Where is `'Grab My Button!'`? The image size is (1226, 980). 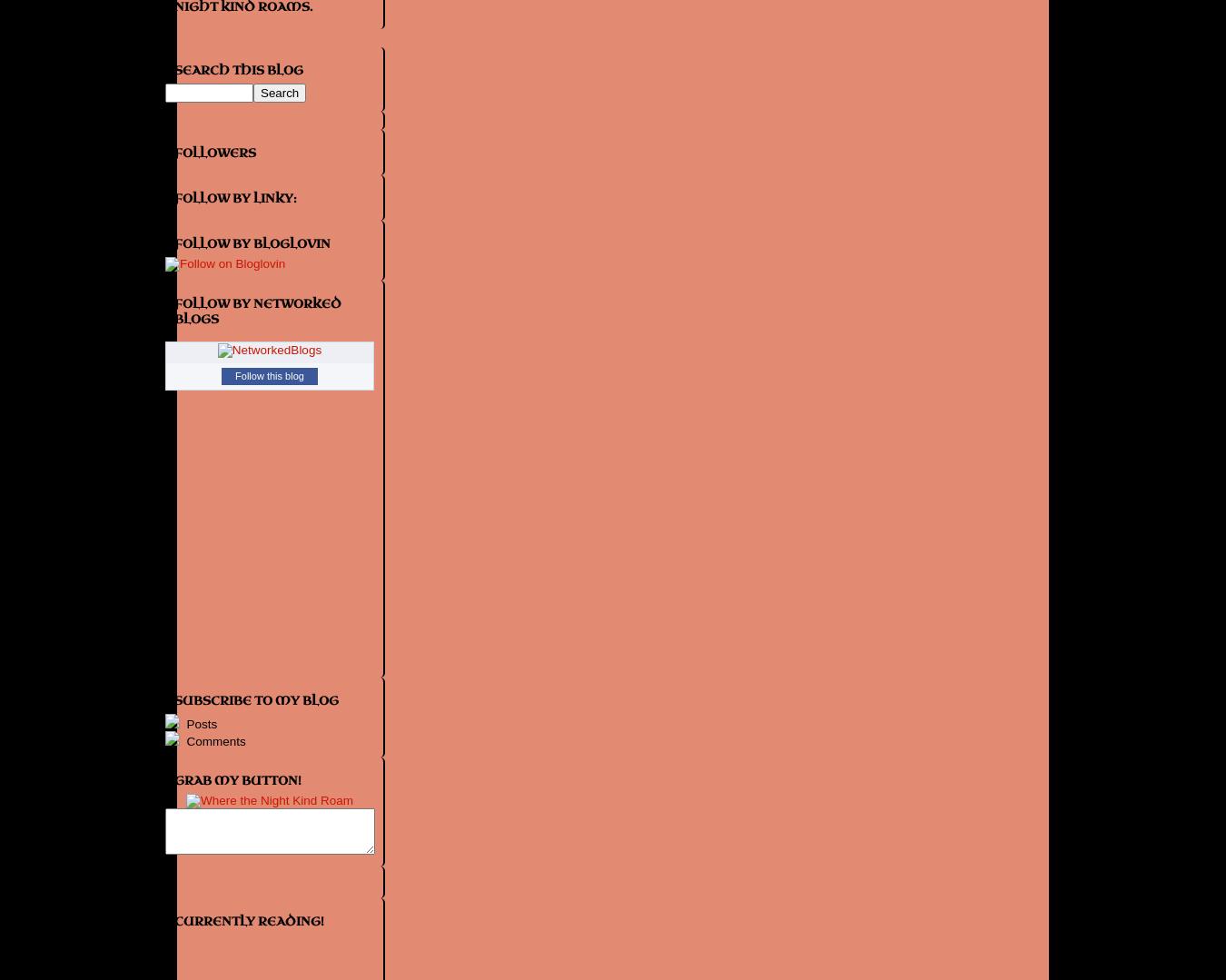 'Grab My Button!' is located at coordinates (237, 779).